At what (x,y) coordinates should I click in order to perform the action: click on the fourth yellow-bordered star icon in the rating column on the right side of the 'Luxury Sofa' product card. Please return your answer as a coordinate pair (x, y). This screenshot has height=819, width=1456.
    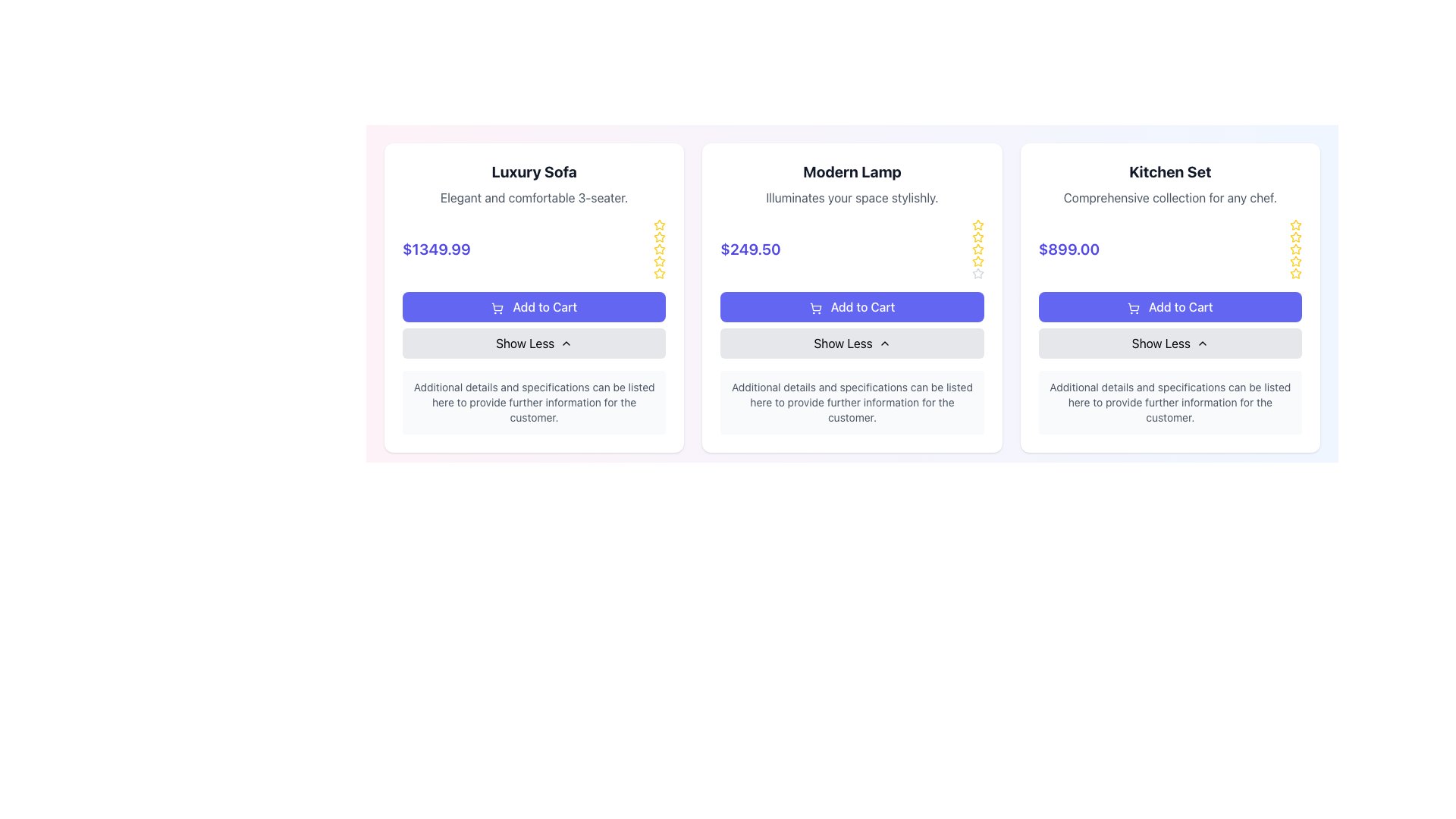
    Looking at the image, I should click on (660, 248).